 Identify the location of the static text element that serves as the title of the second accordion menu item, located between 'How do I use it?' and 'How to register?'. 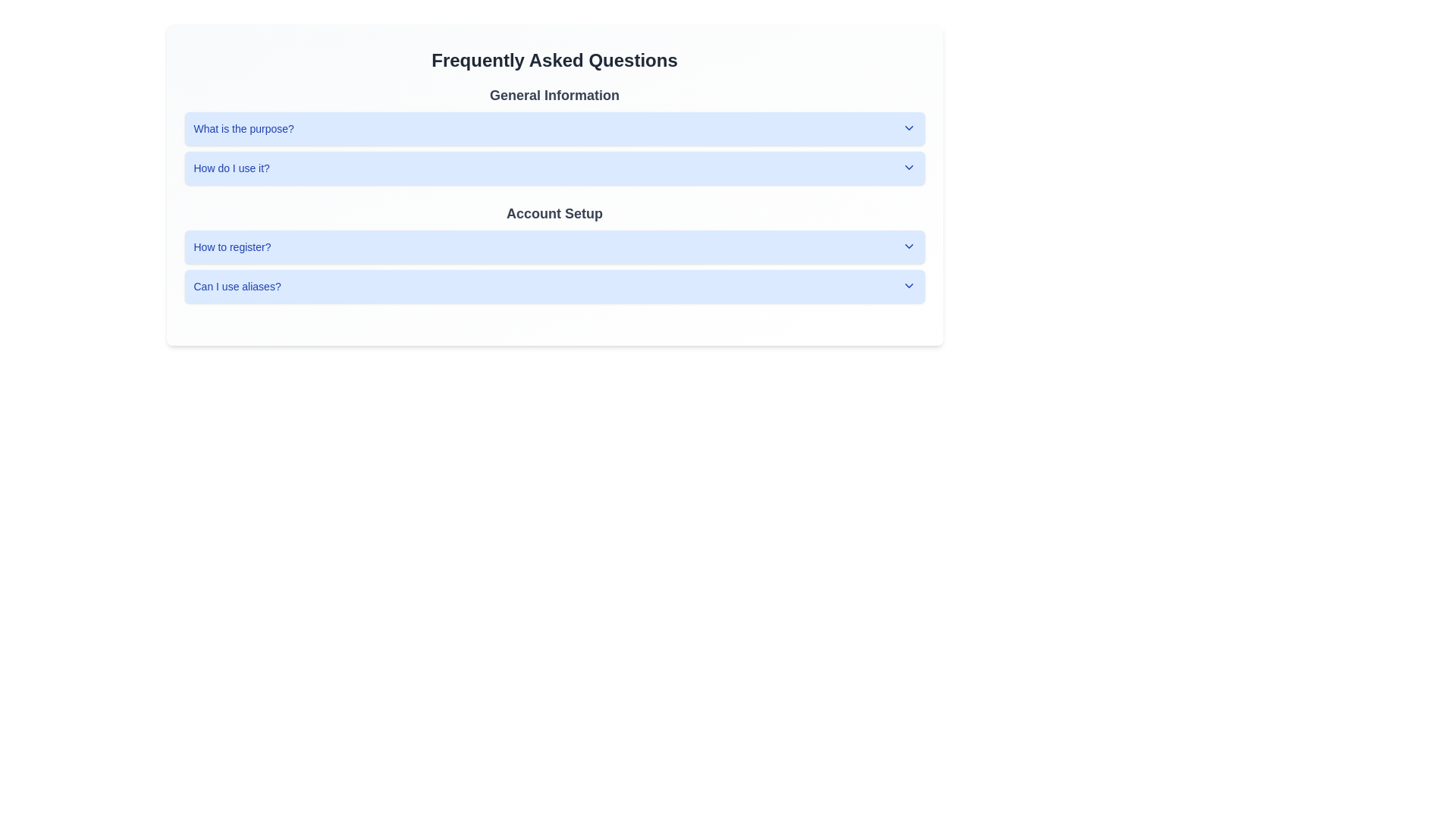
(554, 213).